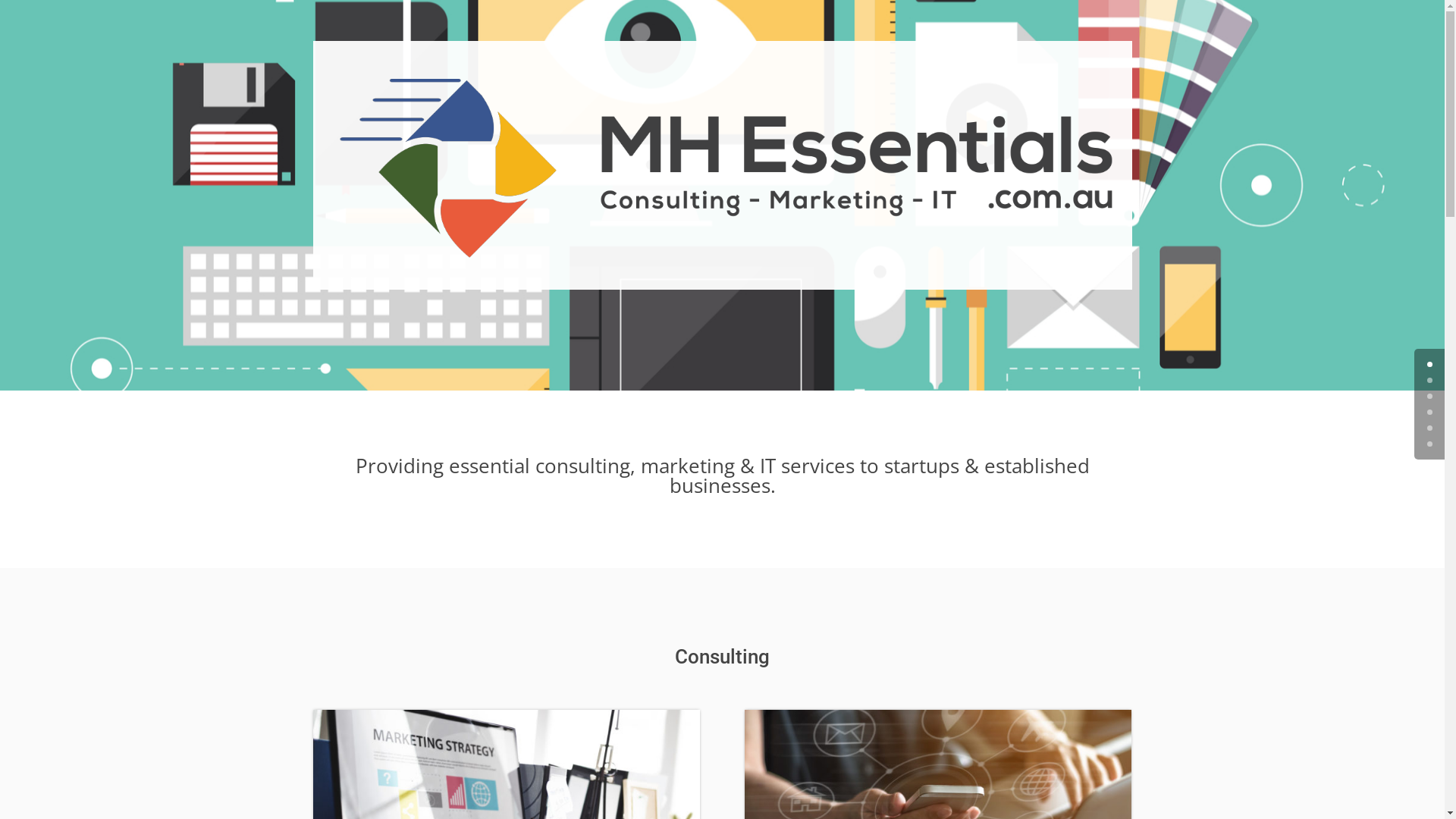  Describe the element at coordinates (1429, 379) in the screenshot. I see `'1'` at that location.